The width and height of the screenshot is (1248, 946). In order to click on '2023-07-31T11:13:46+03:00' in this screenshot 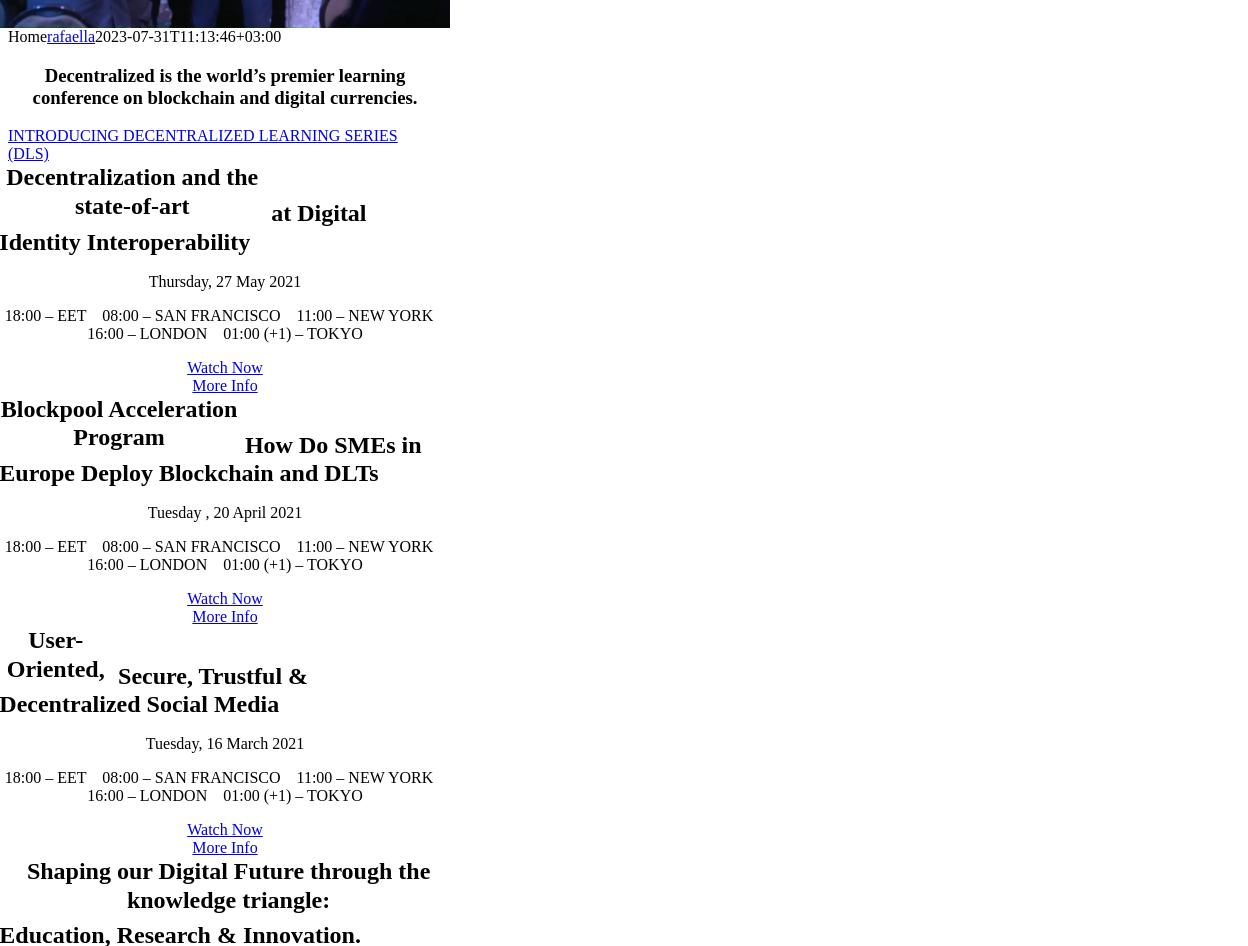, I will do `click(186, 35)`.